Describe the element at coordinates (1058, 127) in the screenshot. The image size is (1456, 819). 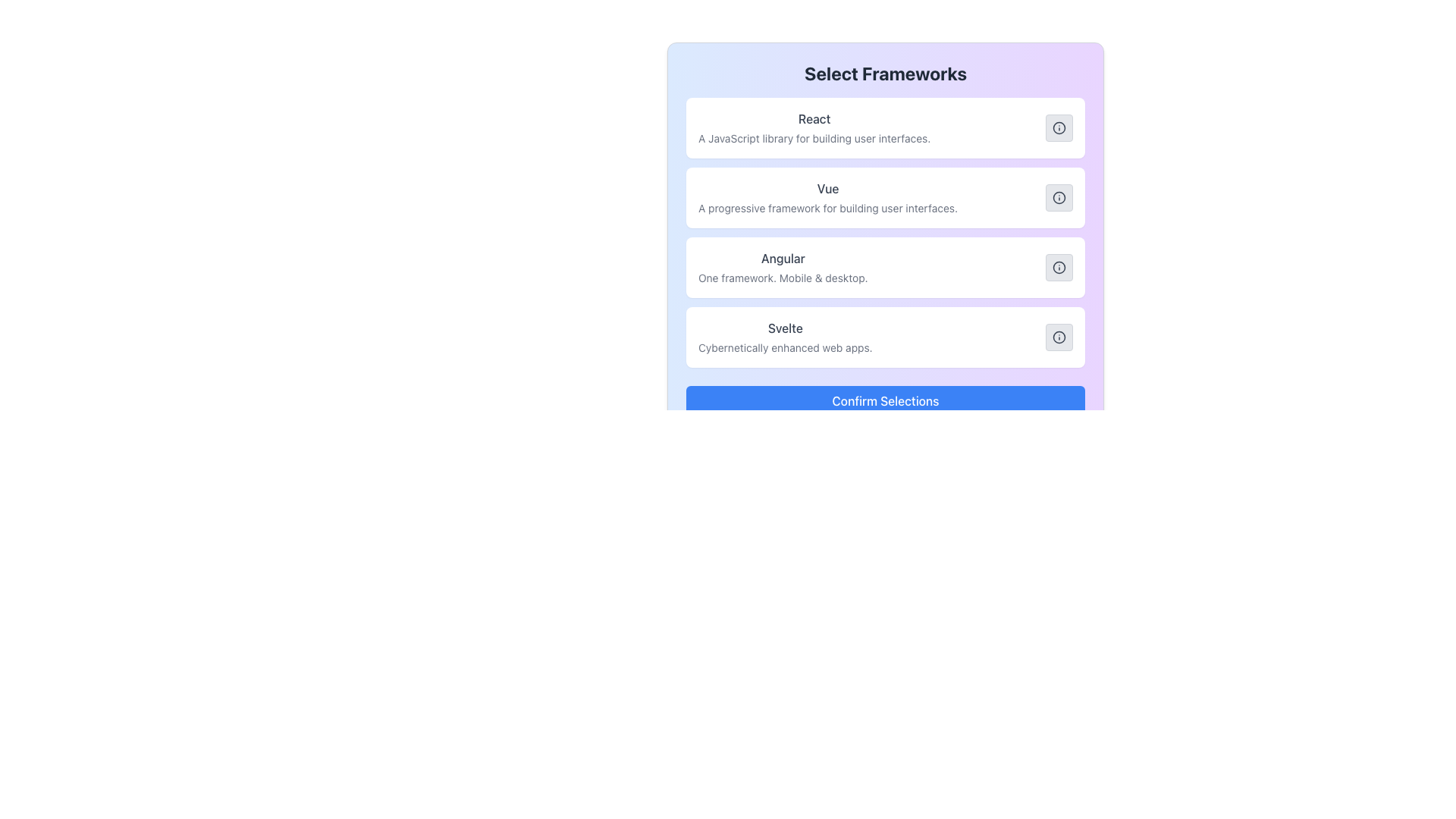
I see `the circular boundary of the information icon located to the right of the 'React' framework selection option` at that location.